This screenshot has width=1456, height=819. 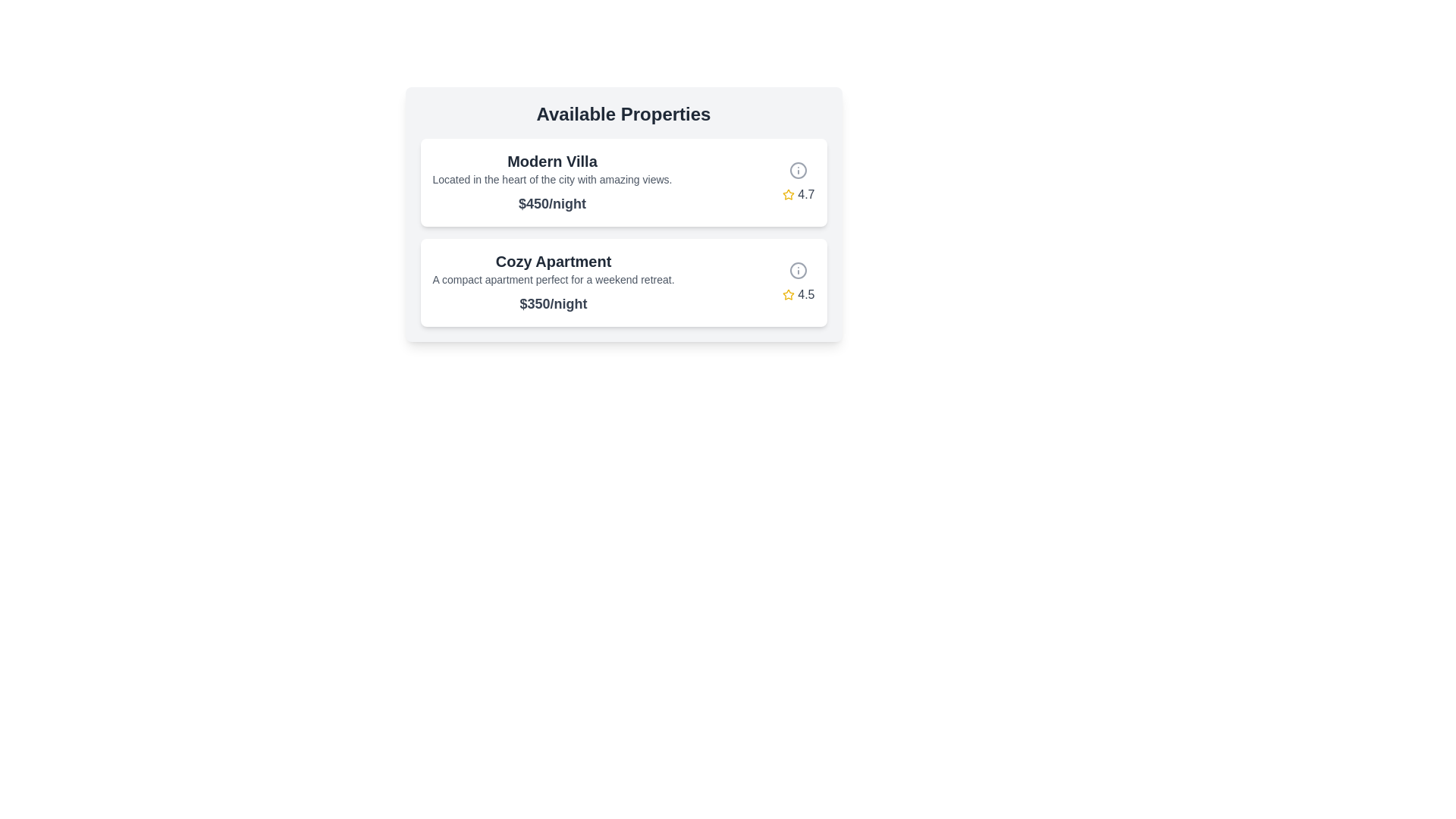 I want to click on the text label displaying the numerical rating '4.7' next to the star icon in the 'Modern Villa' property listing, so click(x=805, y=194).